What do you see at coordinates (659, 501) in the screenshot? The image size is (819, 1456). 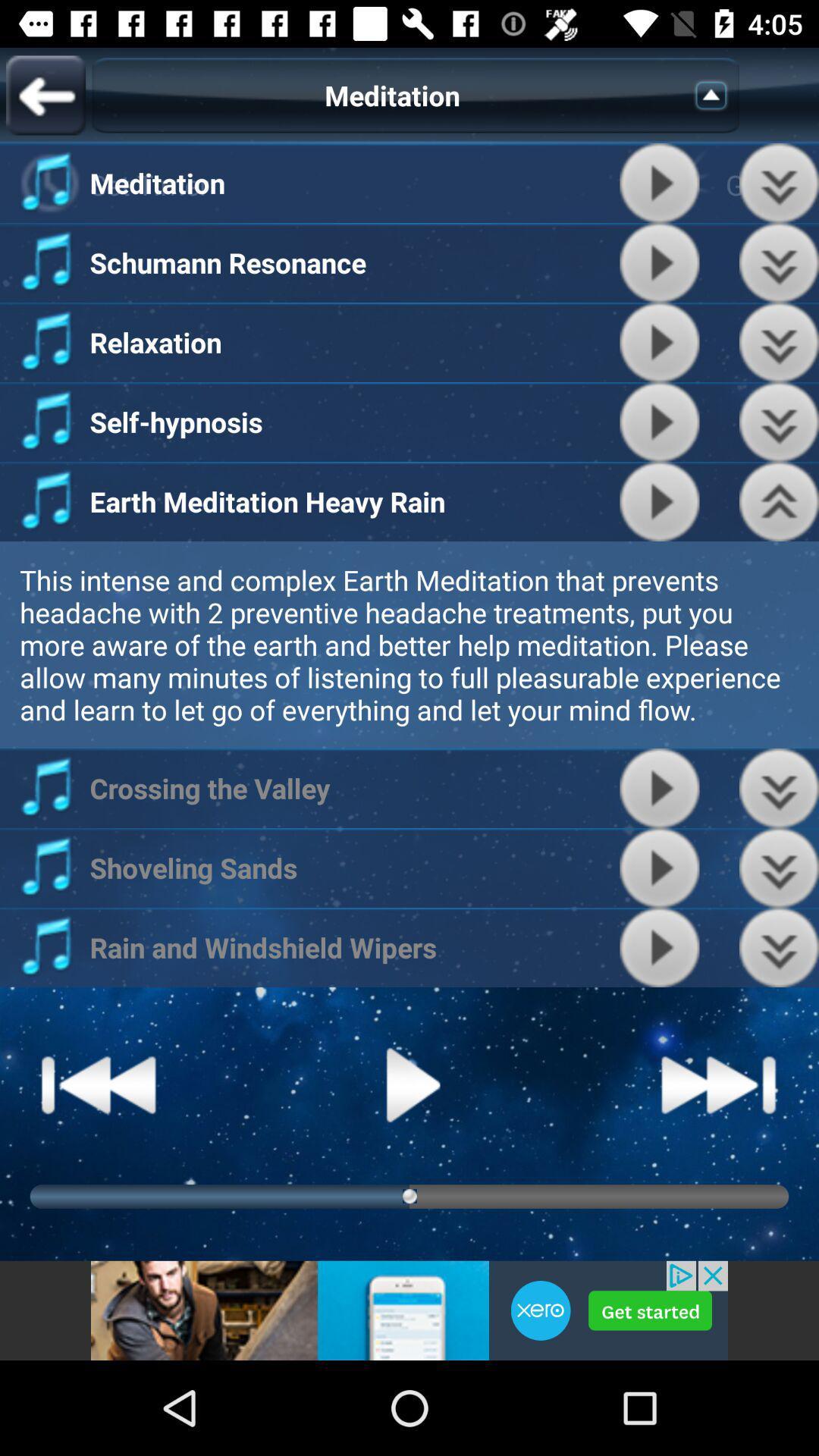 I see `play` at bounding box center [659, 501].